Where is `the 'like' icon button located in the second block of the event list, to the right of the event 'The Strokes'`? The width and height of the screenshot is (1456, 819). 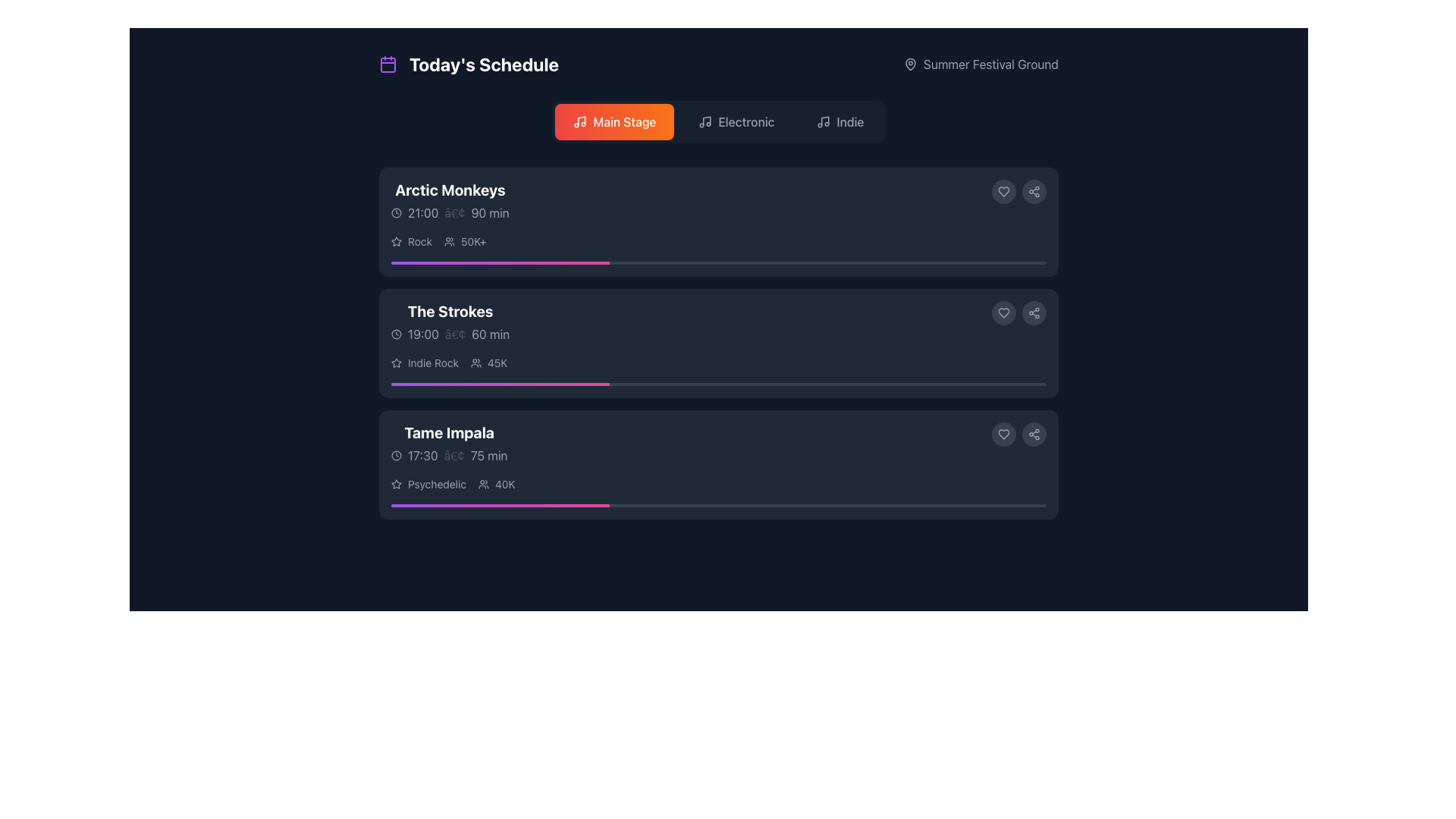 the 'like' icon button located in the second block of the event list, to the right of the event 'The Strokes' is located at coordinates (1004, 312).